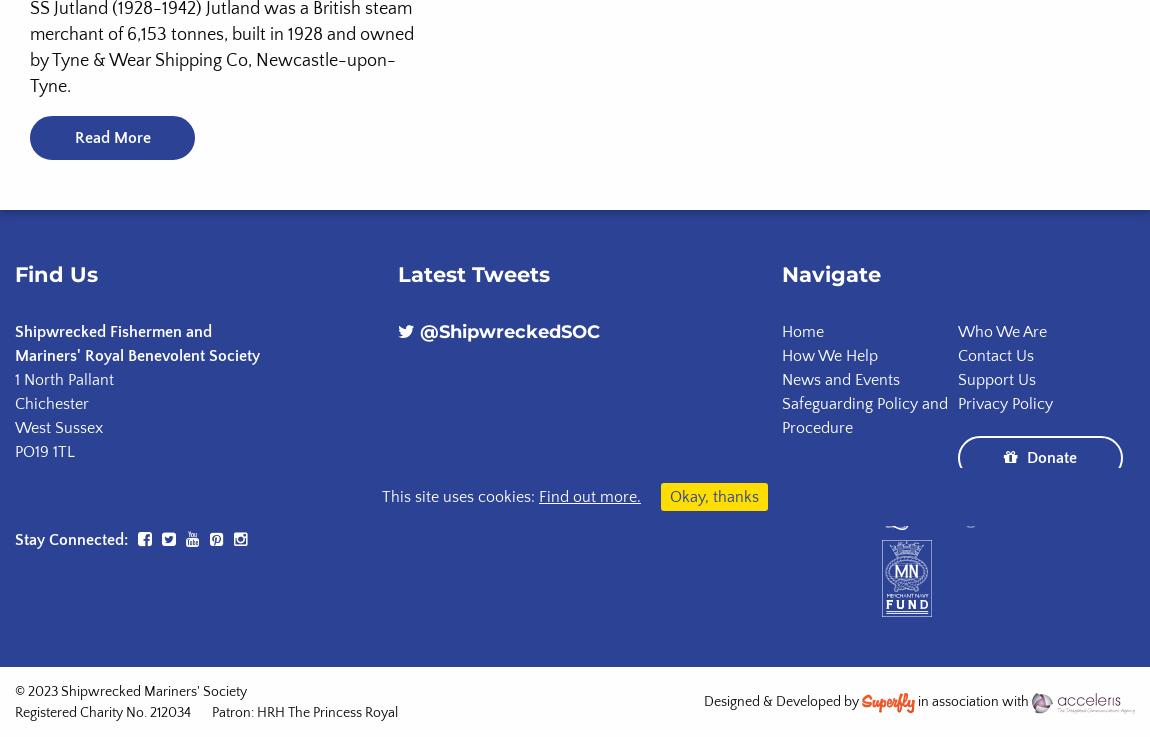  What do you see at coordinates (63, 378) in the screenshot?
I see `'1 North Pallant'` at bounding box center [63, 378].